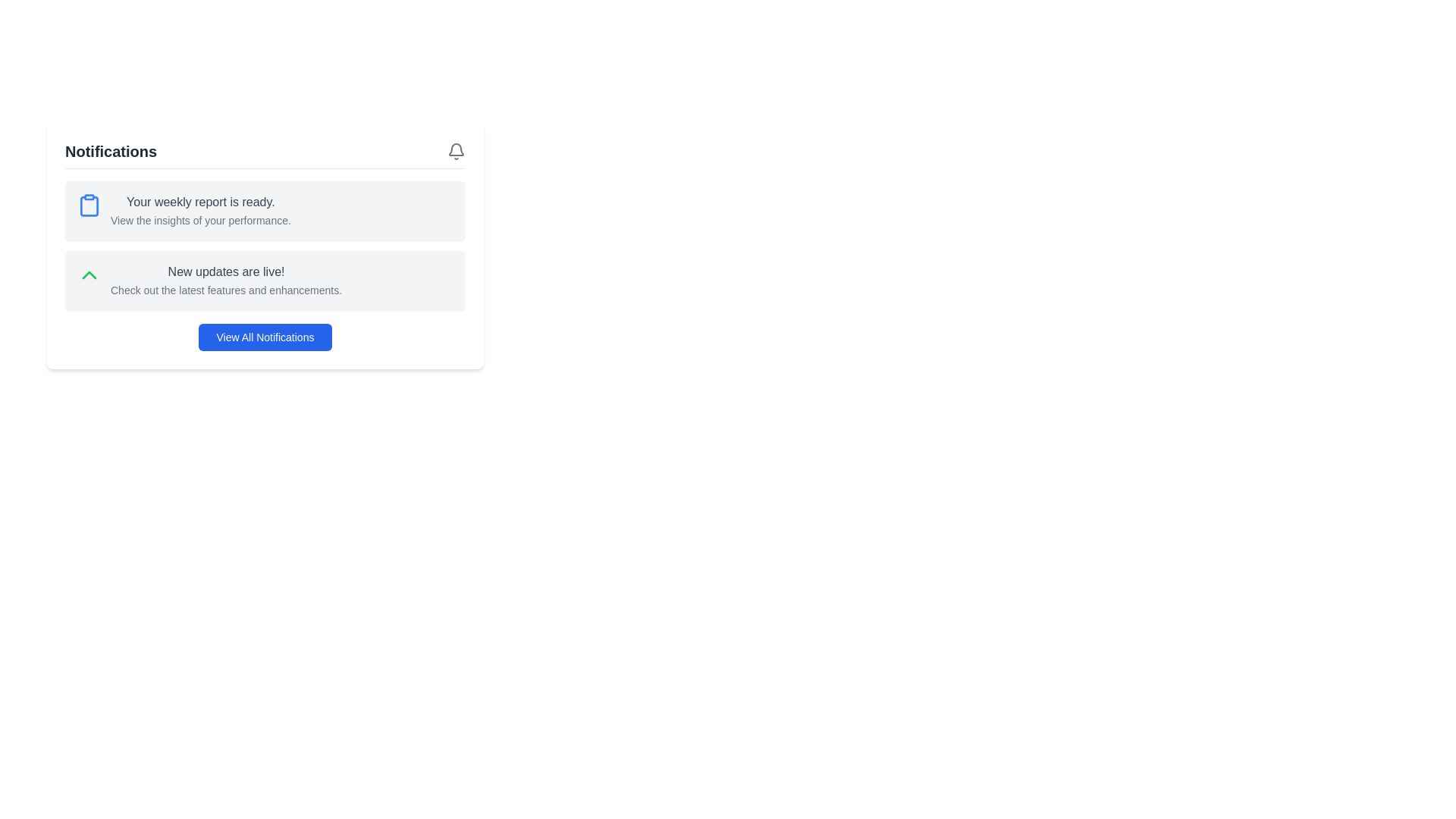  Describe the element at coordinates (199, 211) in the screenshot. I see `the text block that contains 'Your weekly report is ready.' and 'View the insights of your performance.'` at that location.